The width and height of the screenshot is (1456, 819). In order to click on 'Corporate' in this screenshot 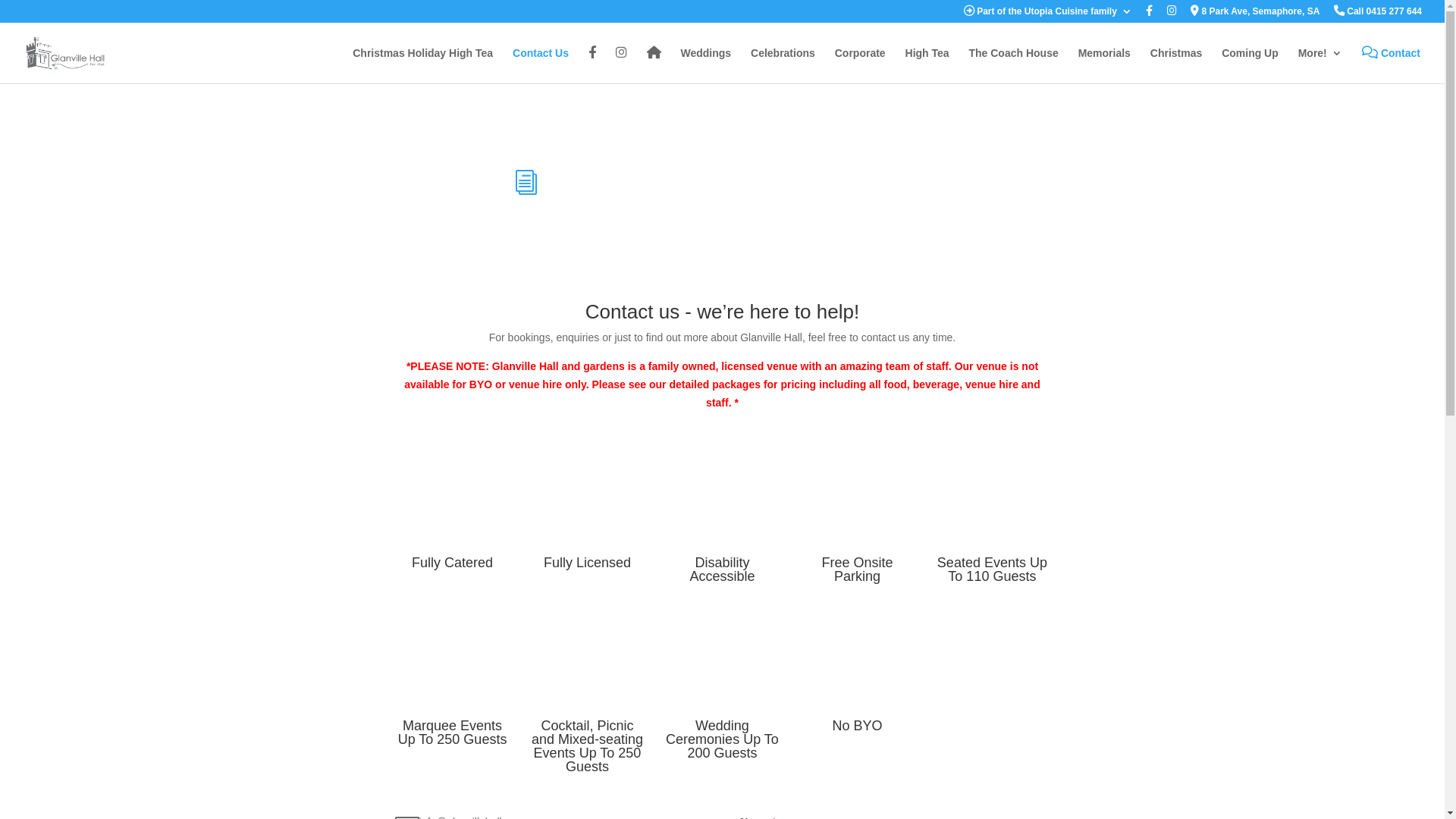, I will do `click(860, 64)`.